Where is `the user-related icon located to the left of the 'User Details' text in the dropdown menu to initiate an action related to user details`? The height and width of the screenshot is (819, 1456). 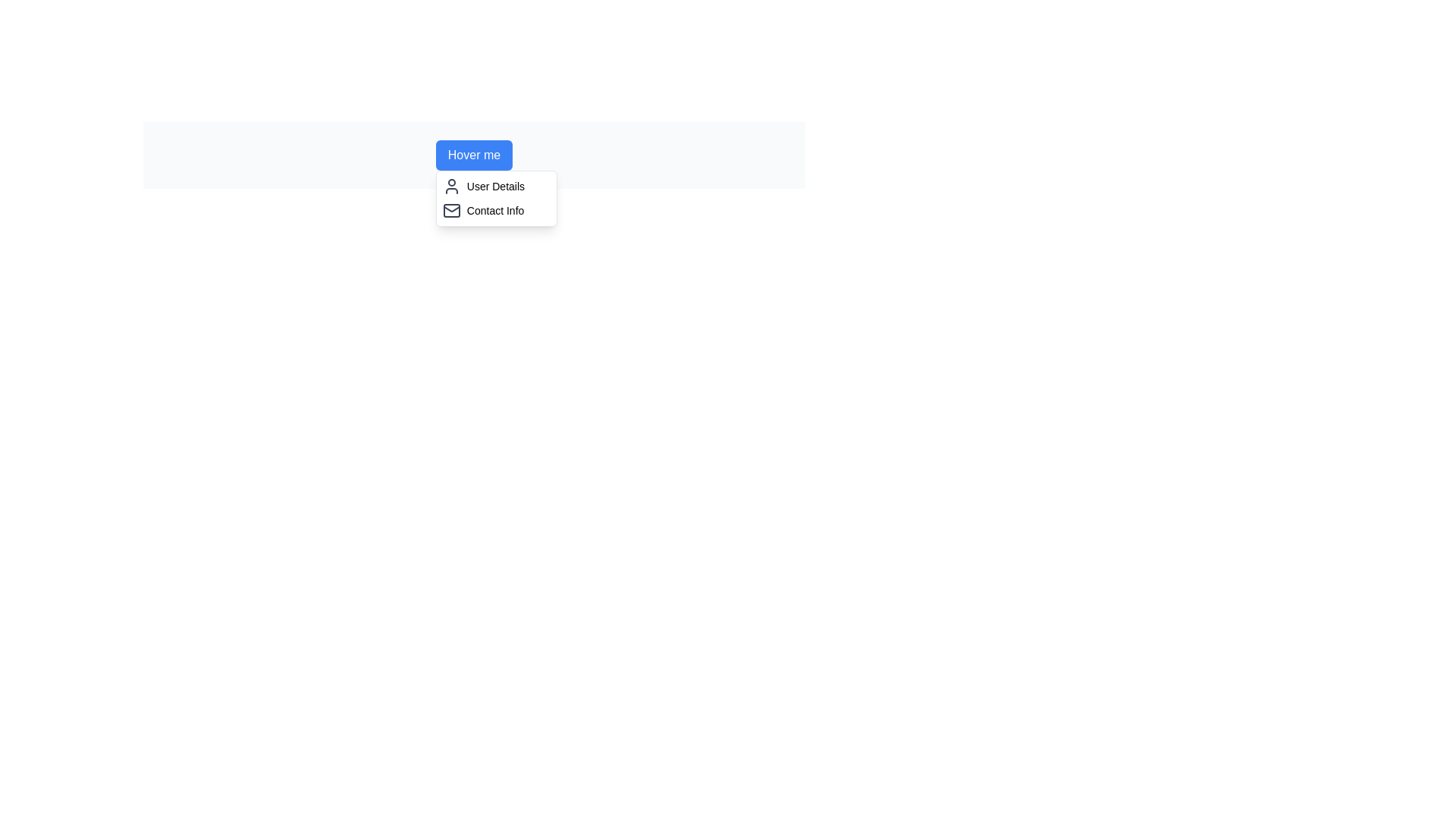 the user-related icon located to the left of the 'User Details' text in the dropdown menu to initiate an action related to user details is located at coordinates (450, 186).